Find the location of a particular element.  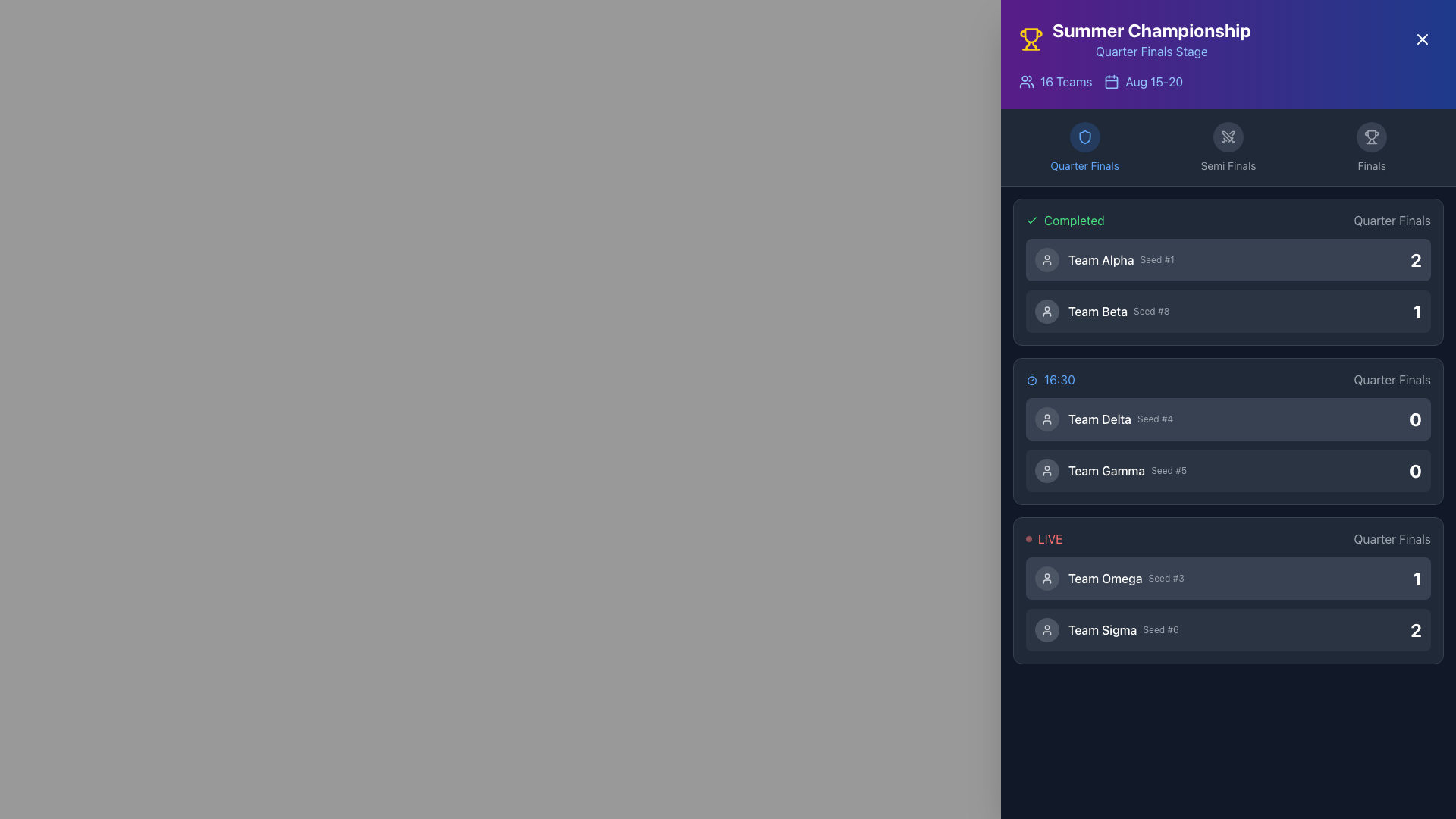

the text label that identifies a team and its seed in a tournament, positioned to the right of a circular avatar icon, as the first entry in the 'Completed' section of a dark-themed panel is located at coordinates (1121, 259).